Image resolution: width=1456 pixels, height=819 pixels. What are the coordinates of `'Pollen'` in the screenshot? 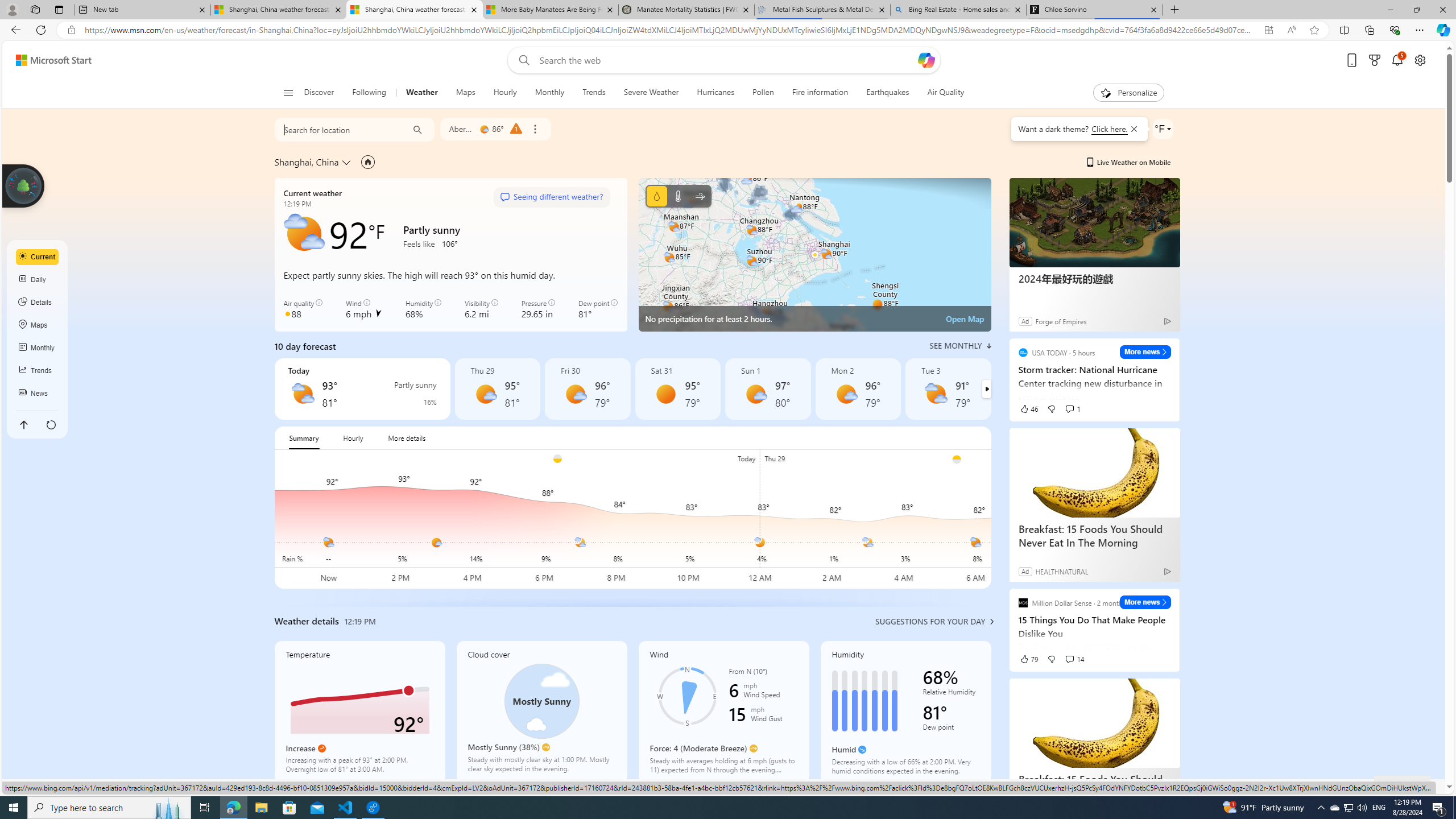 It's located at (763, 92).